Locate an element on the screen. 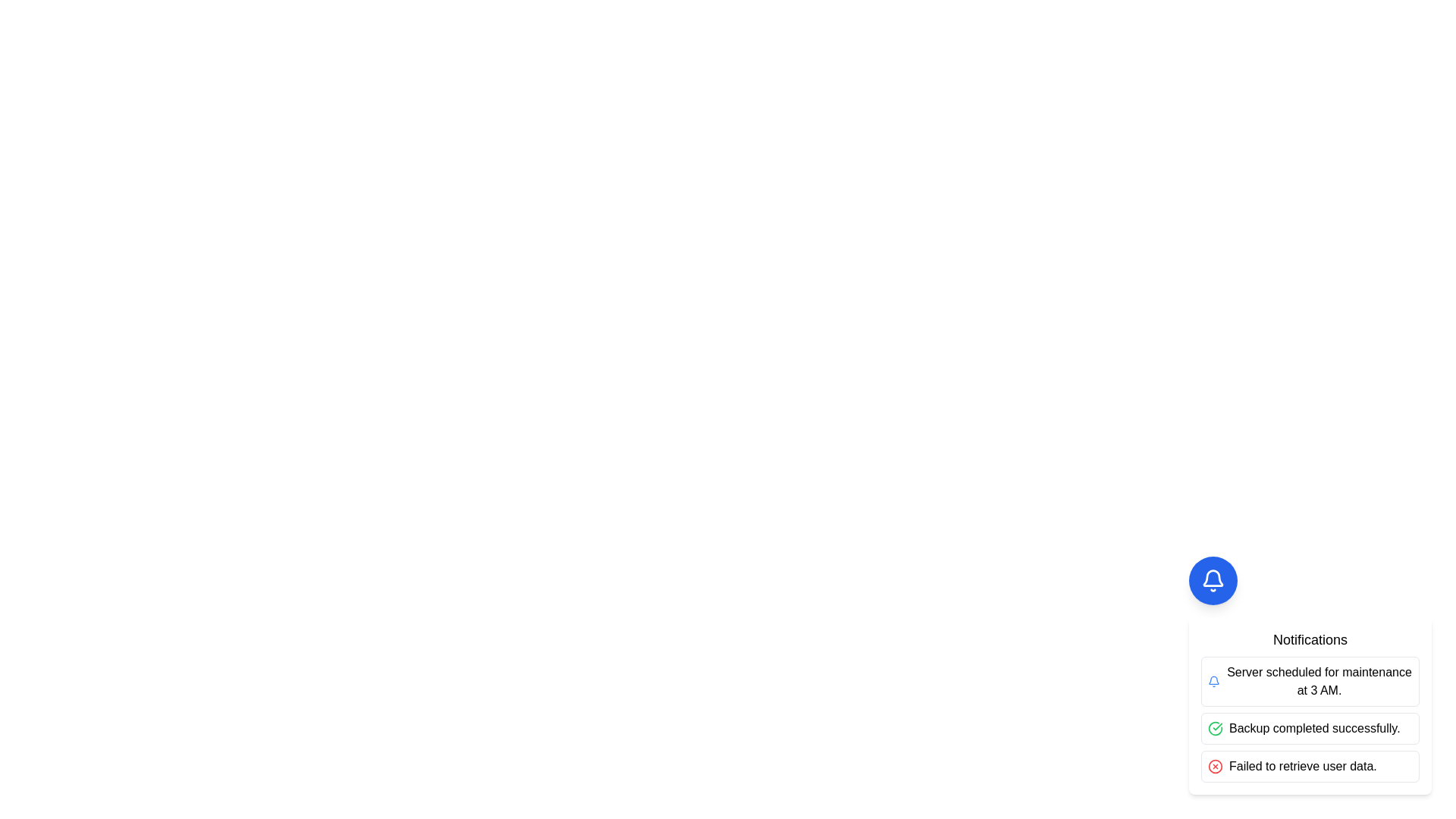  the text label that reads 'Failed to retrieve user data.' within the notification panel is located at coordinates (1302, 766).